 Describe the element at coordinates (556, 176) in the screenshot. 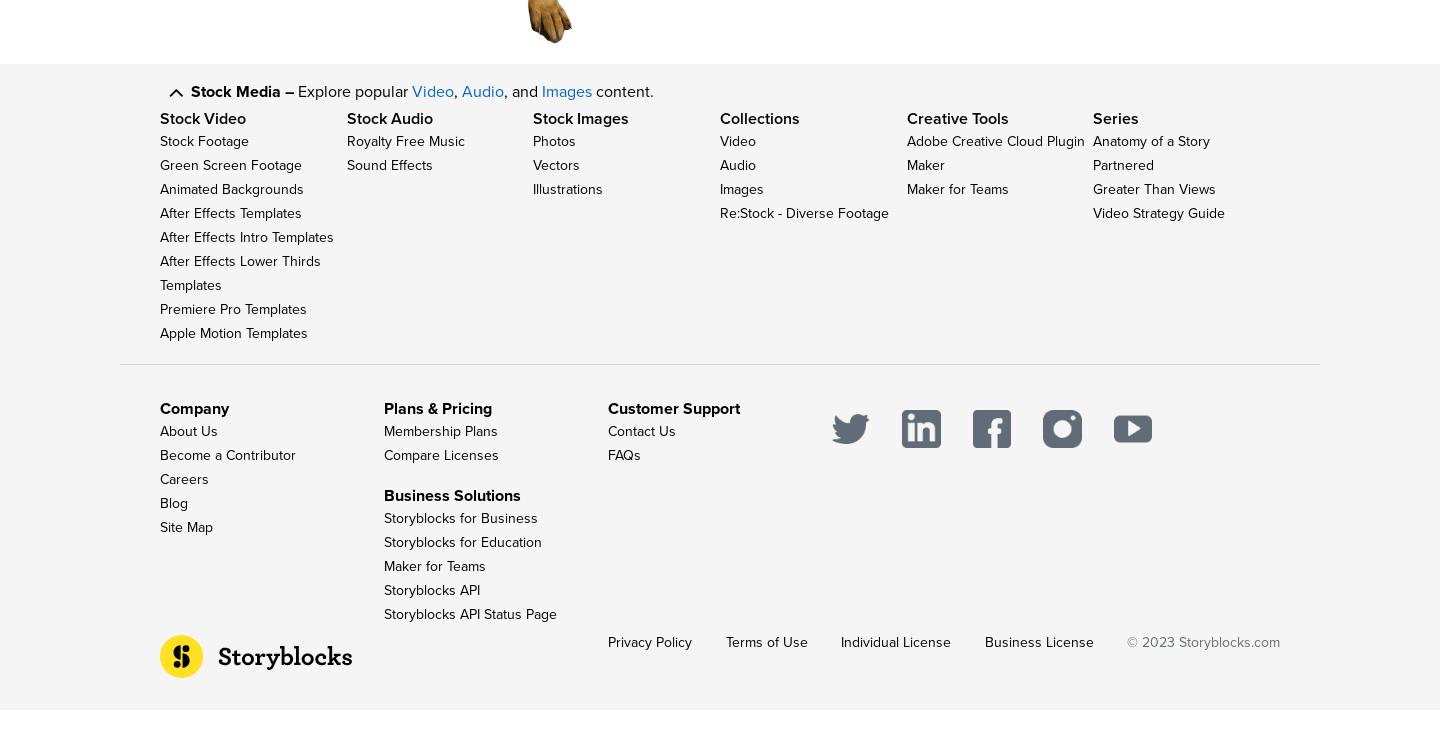

I see `'Vectors'` at that location.